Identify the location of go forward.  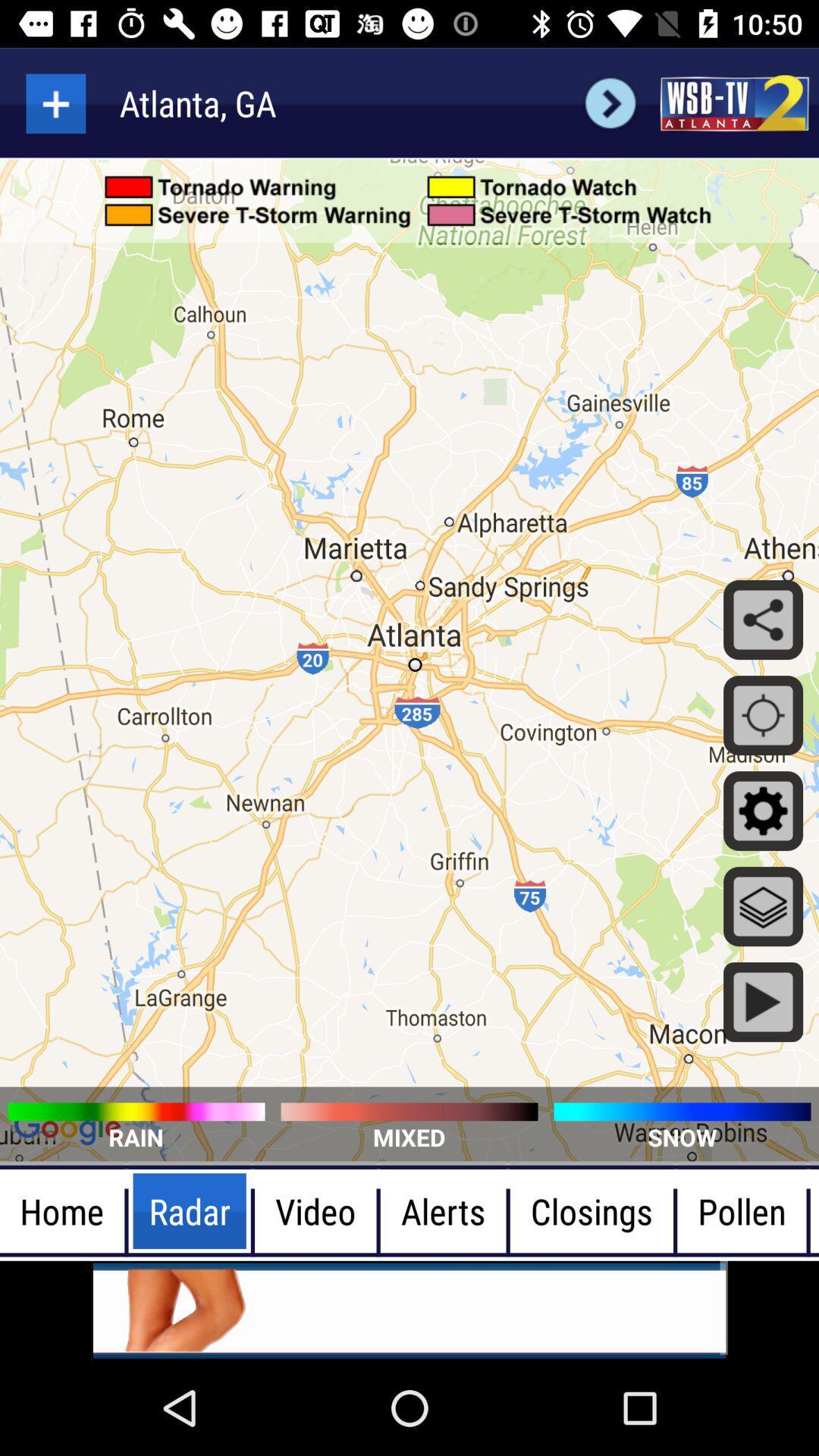
(610, 102).